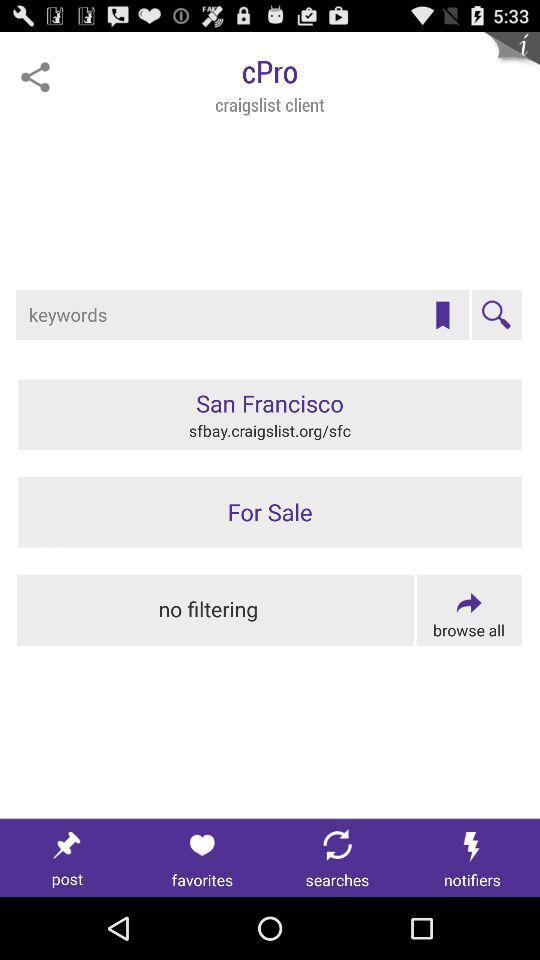 The width and height of the screenshot is (540, 960). I want to click on open information page, so click(511, 58).